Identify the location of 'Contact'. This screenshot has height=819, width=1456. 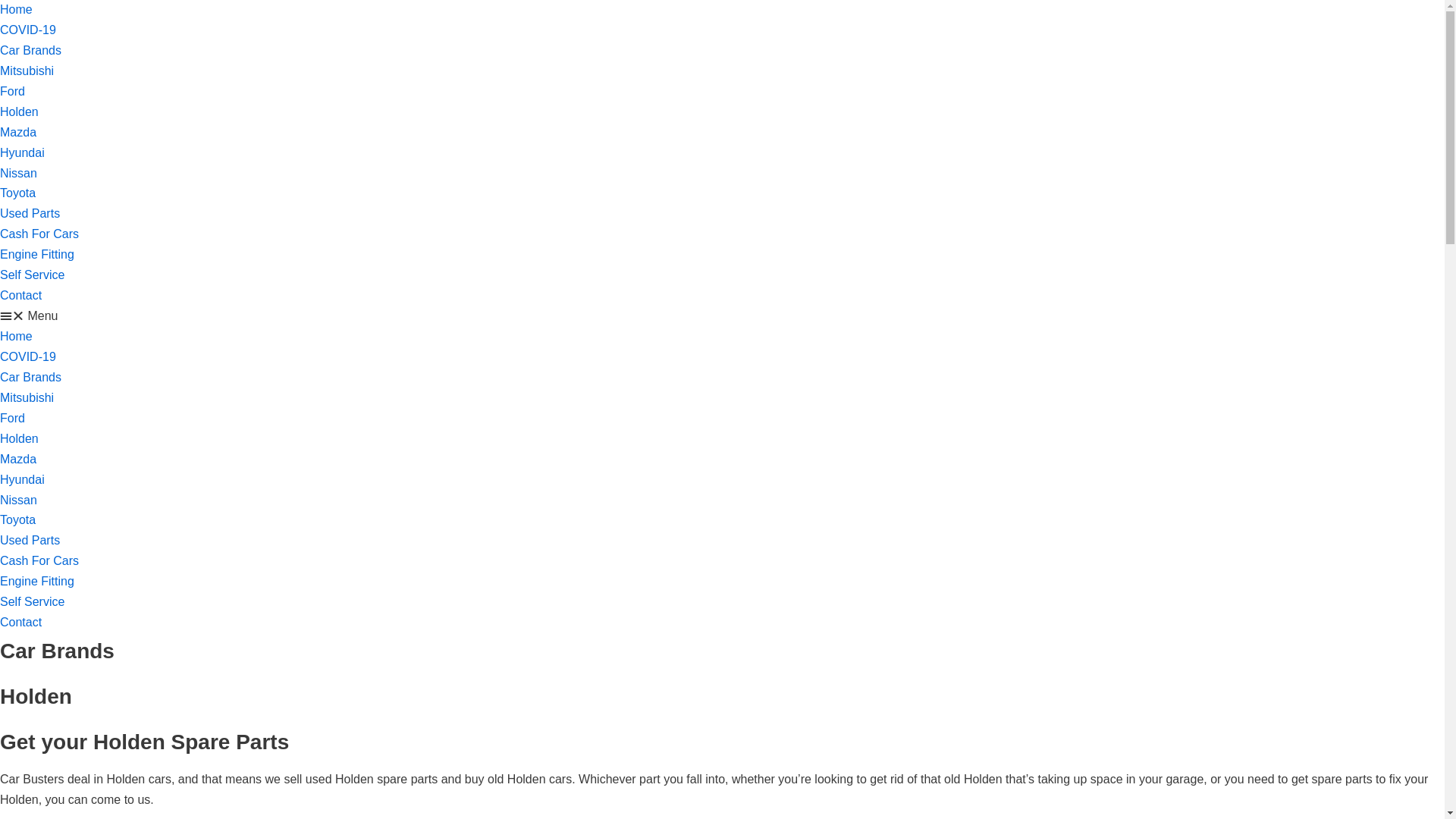
(20, 295).